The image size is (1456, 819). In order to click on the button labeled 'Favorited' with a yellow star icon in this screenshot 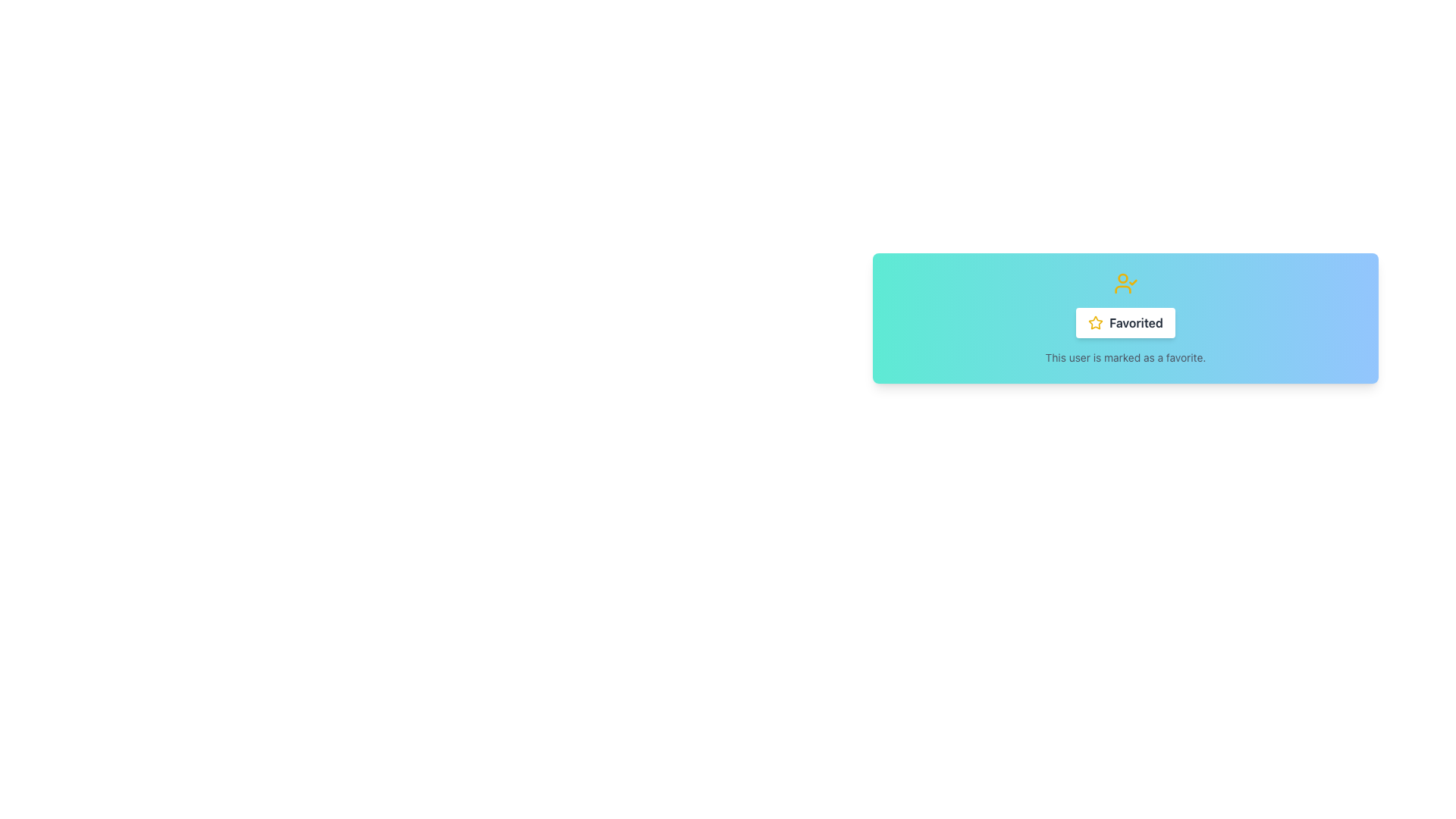, I will do `click(1125, 322)`.